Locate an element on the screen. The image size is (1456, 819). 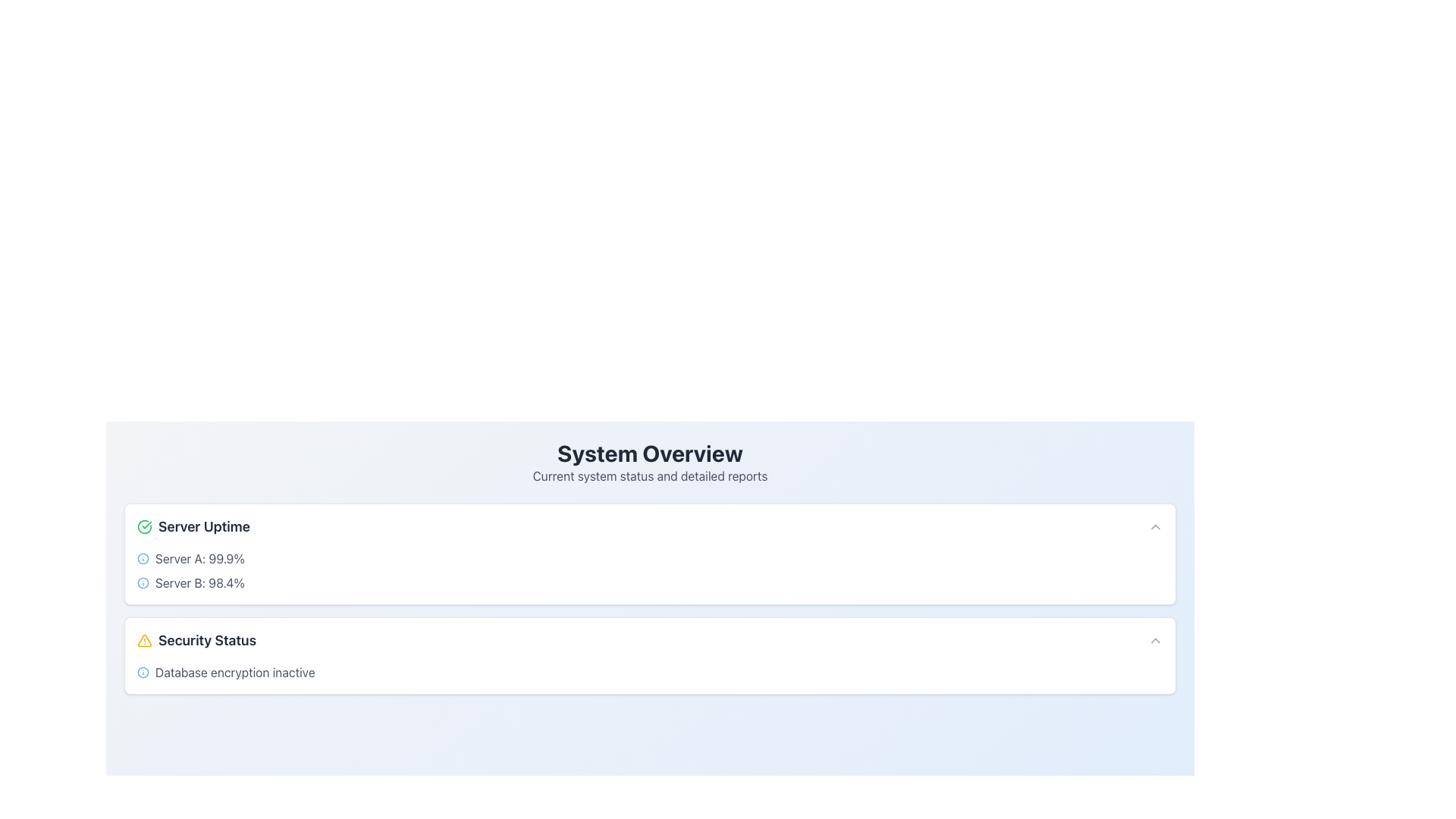
the triangular warning icon with a yellow border and exclamation mark located next to 'Security Status' in the security information panel is located at coordinates (145, 640).